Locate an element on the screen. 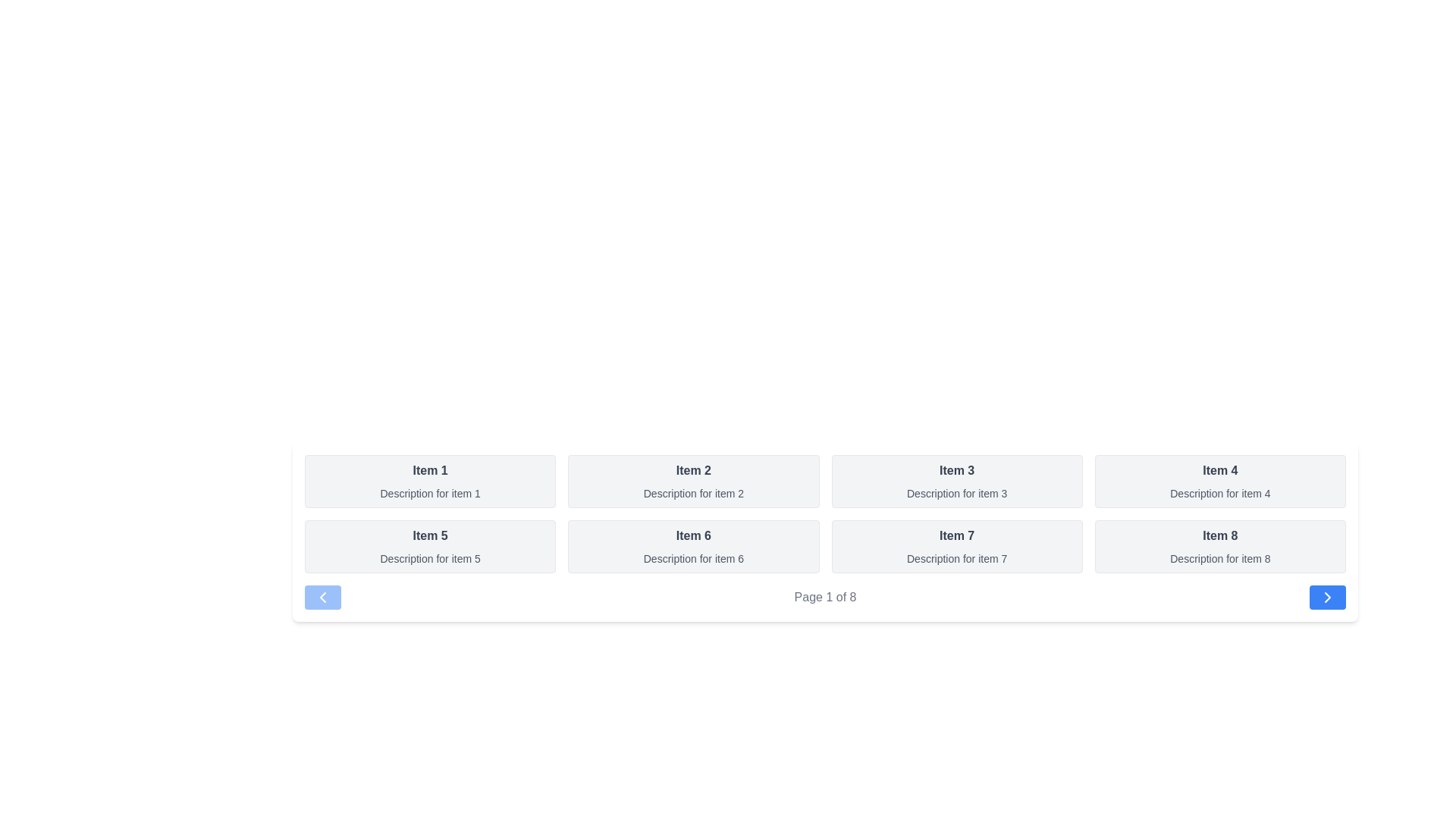 The width and height of the screenshot is (1456, 819). the static text element that serves as the title or label for the card located in the second column of a horizontal grid, above the description text 'Description for item 2' is located at coordinates (692, 470).